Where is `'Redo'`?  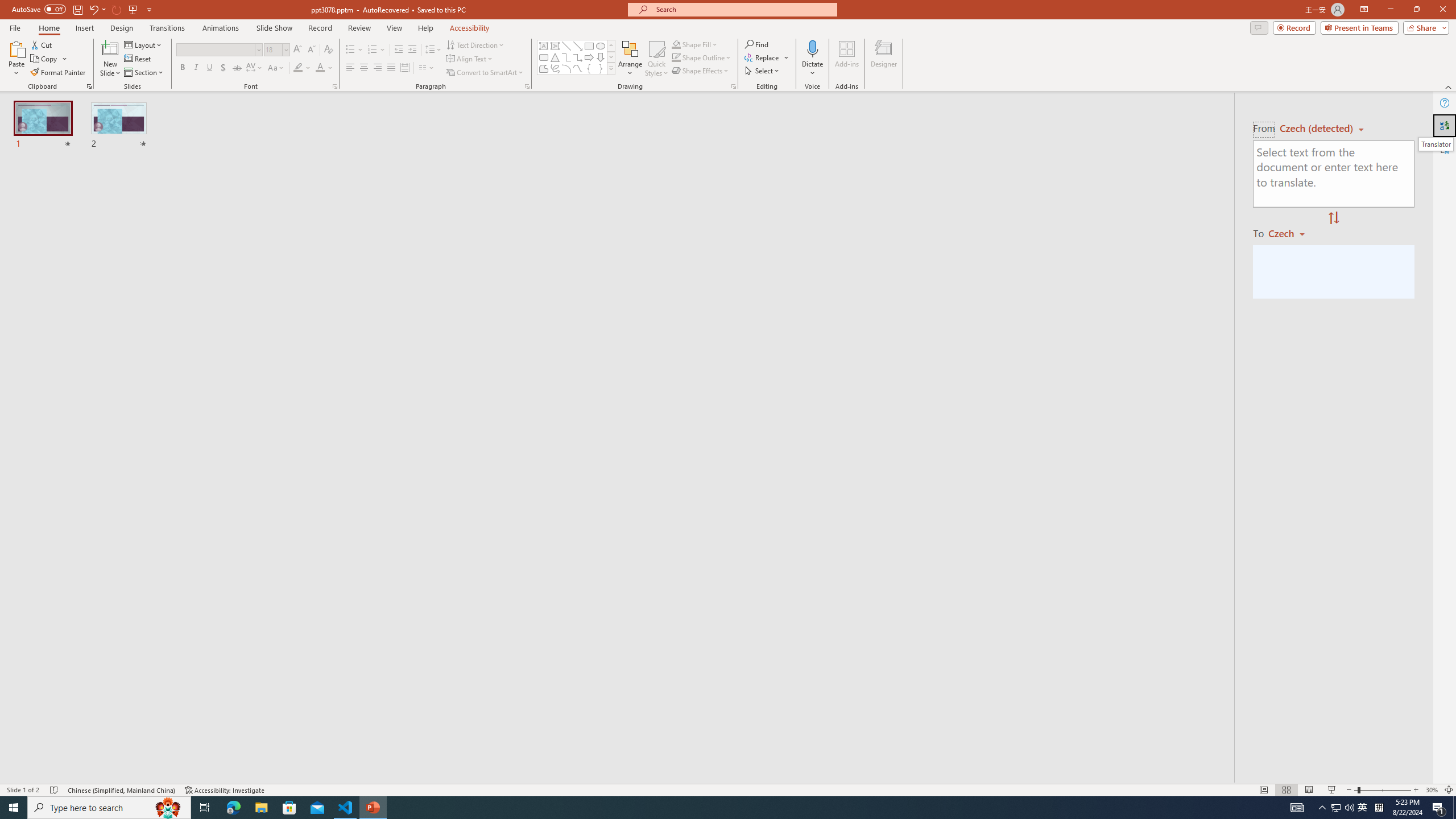 'Redo' is located at coordinates (117, 9).